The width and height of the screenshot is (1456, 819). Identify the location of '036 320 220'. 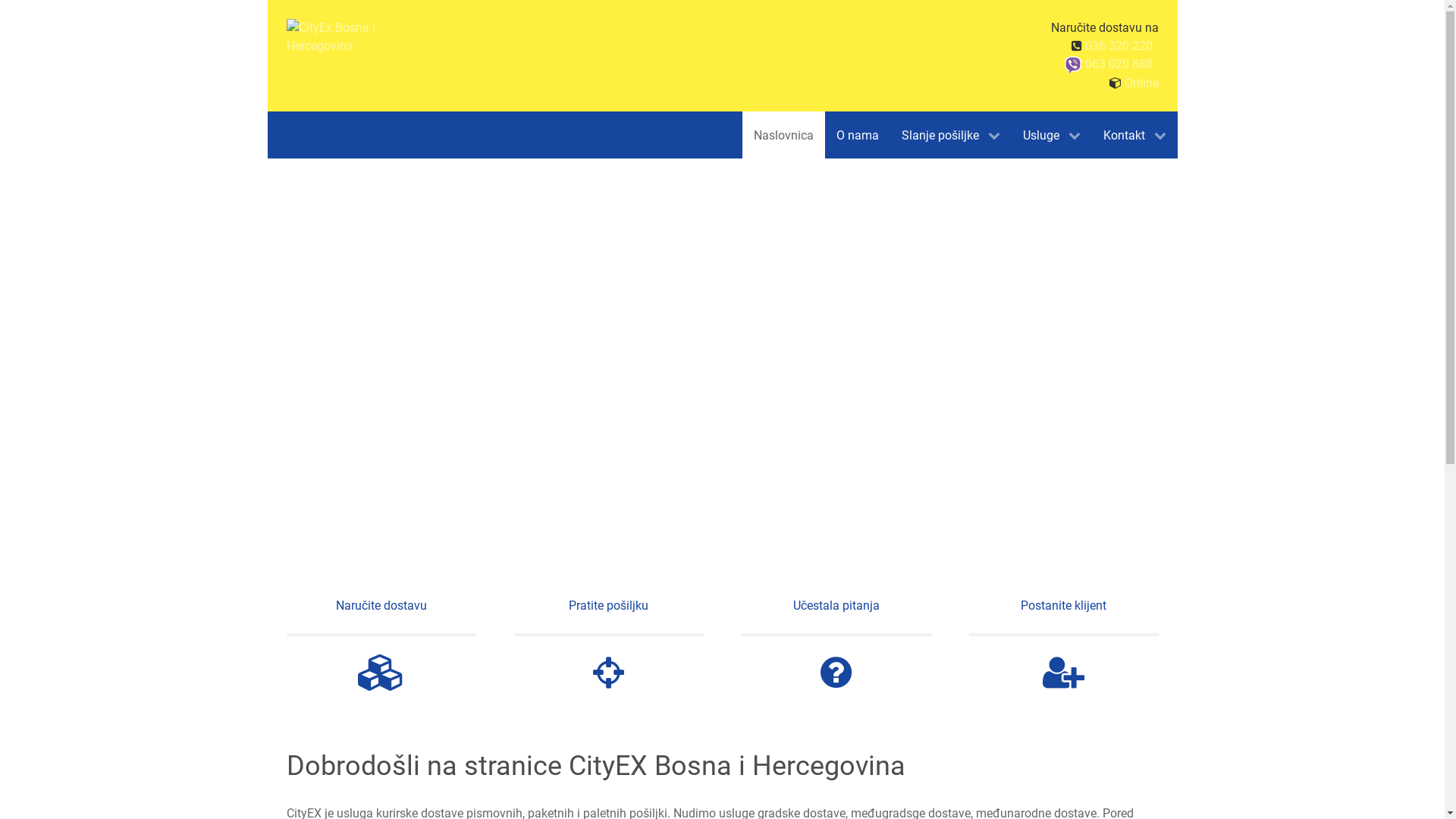
(1118, 45).